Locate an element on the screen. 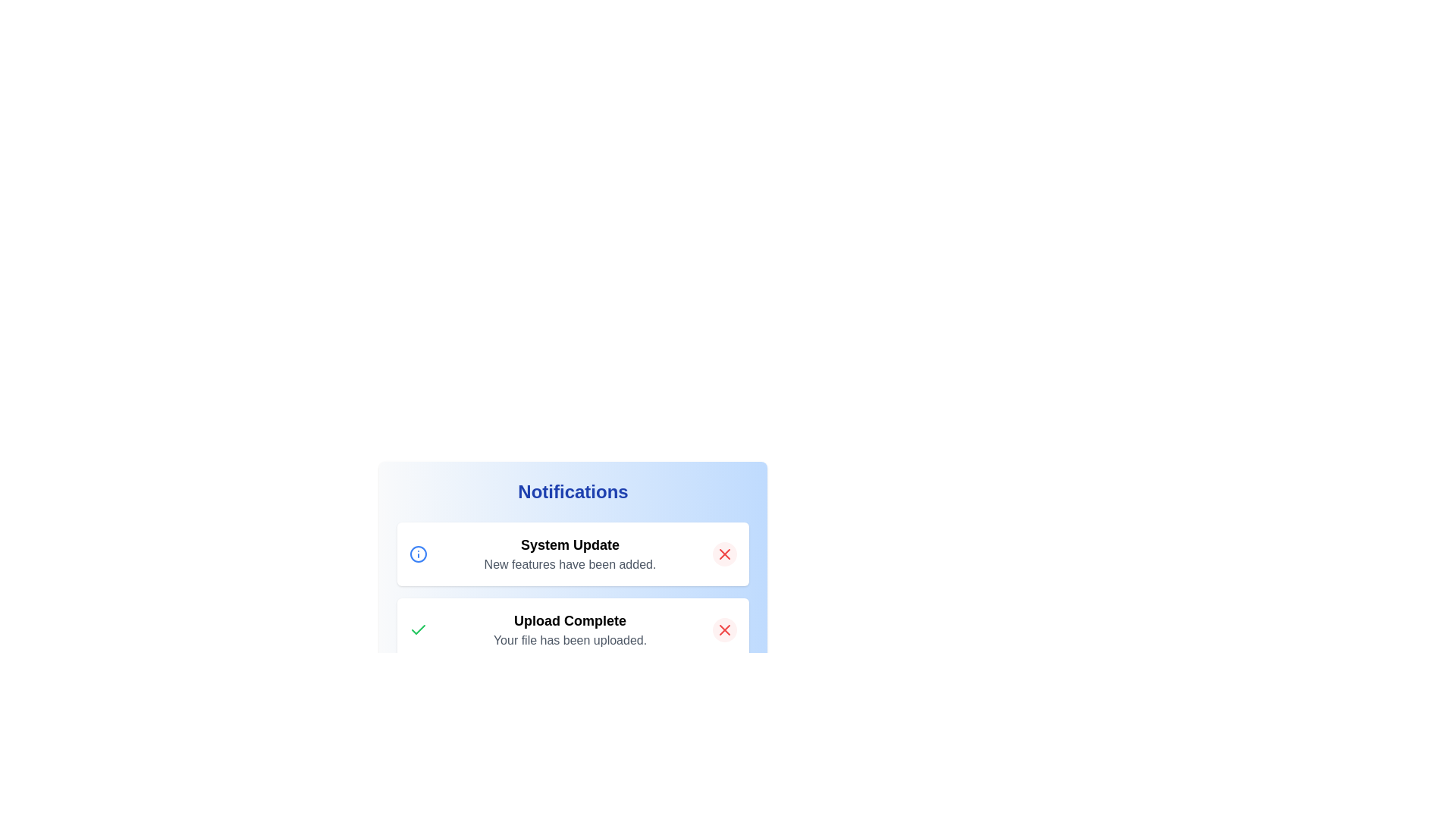 The width and height of the screenshot is (1456, 819). the green tick icon located at the top-left of the 'Upload Complete' notification panel, which indicates a successful operation is located at coordinates (419, 629).